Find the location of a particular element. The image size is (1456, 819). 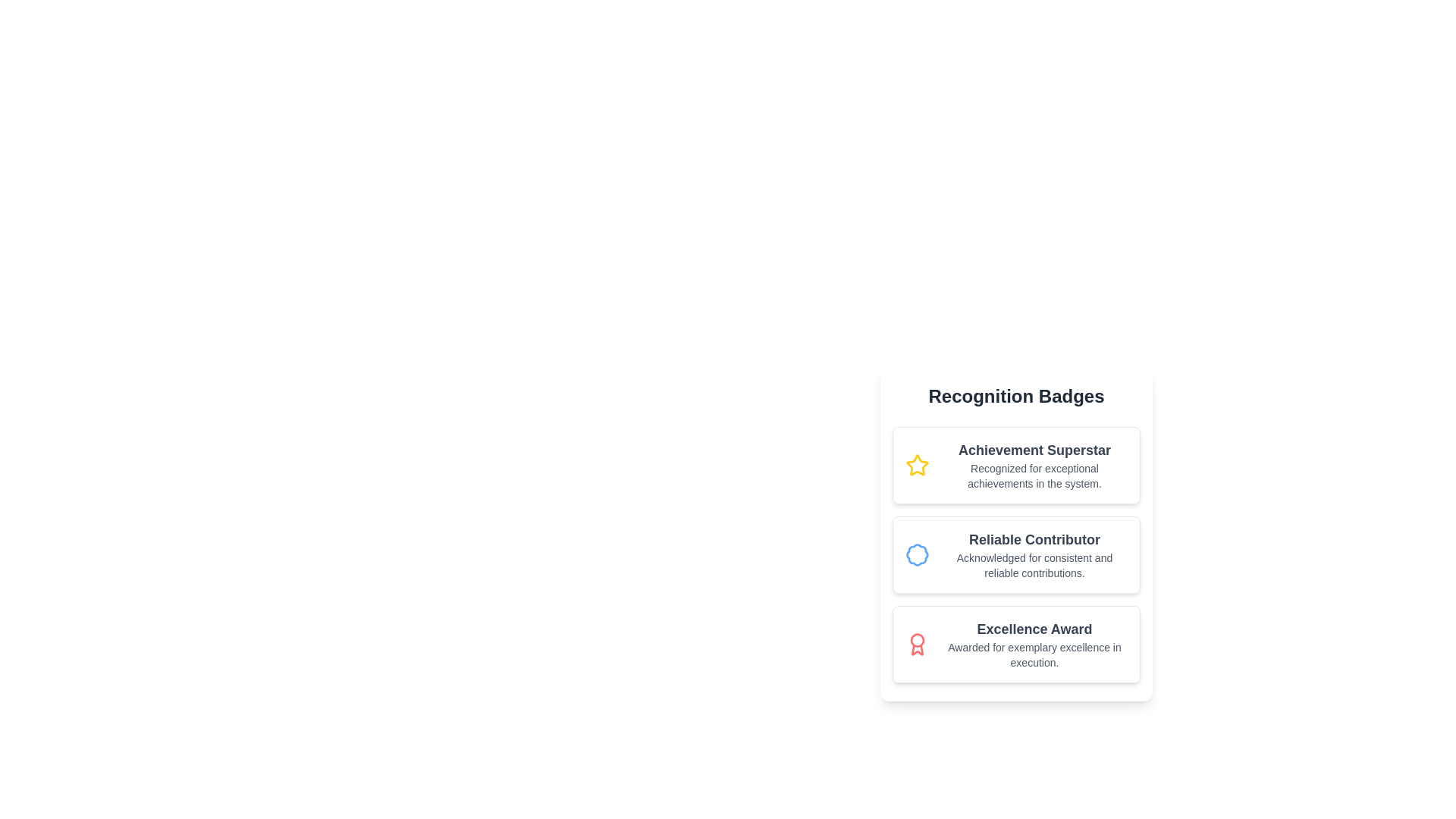

the star-shaped icon, which is filled yellow with a white interior, located next to the 'Achievement Superstar' label in the 'Recognition Badges' section is located at coordinates (916, 464).